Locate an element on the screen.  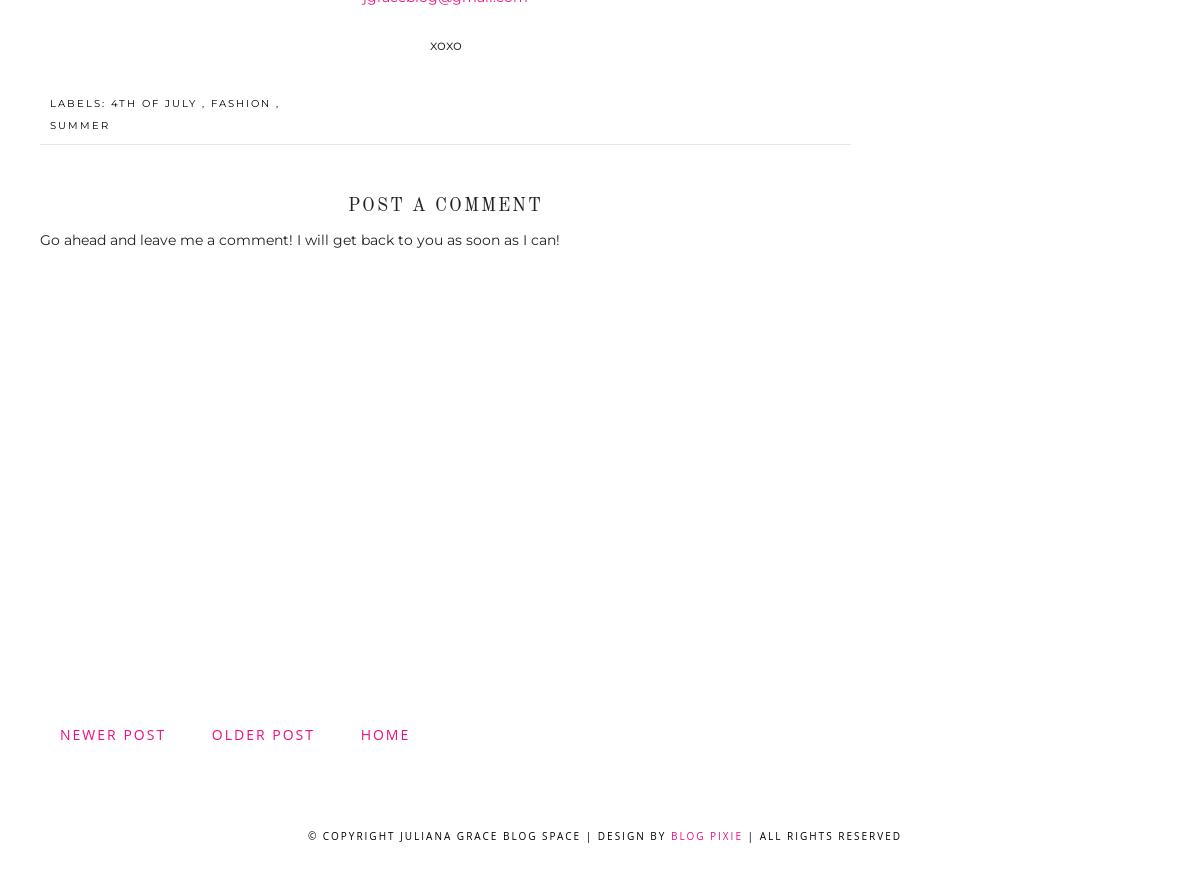
'4th of July' is located at coordinates (155, 102).